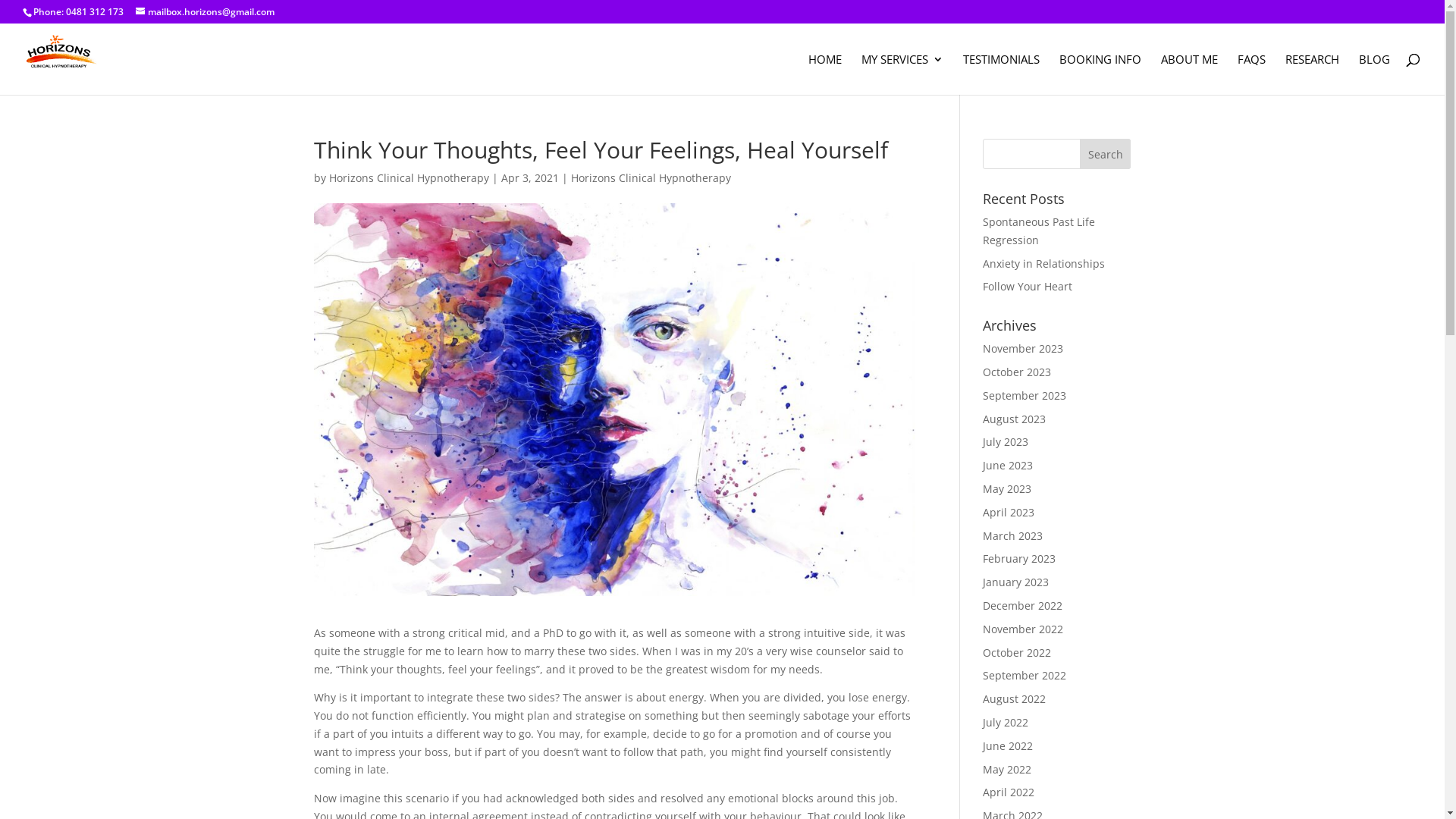  What do you see at coordinates (1188, 74) in the screenshot?
I see `'ABOUT ME'` at bounding box center [1188, 74].